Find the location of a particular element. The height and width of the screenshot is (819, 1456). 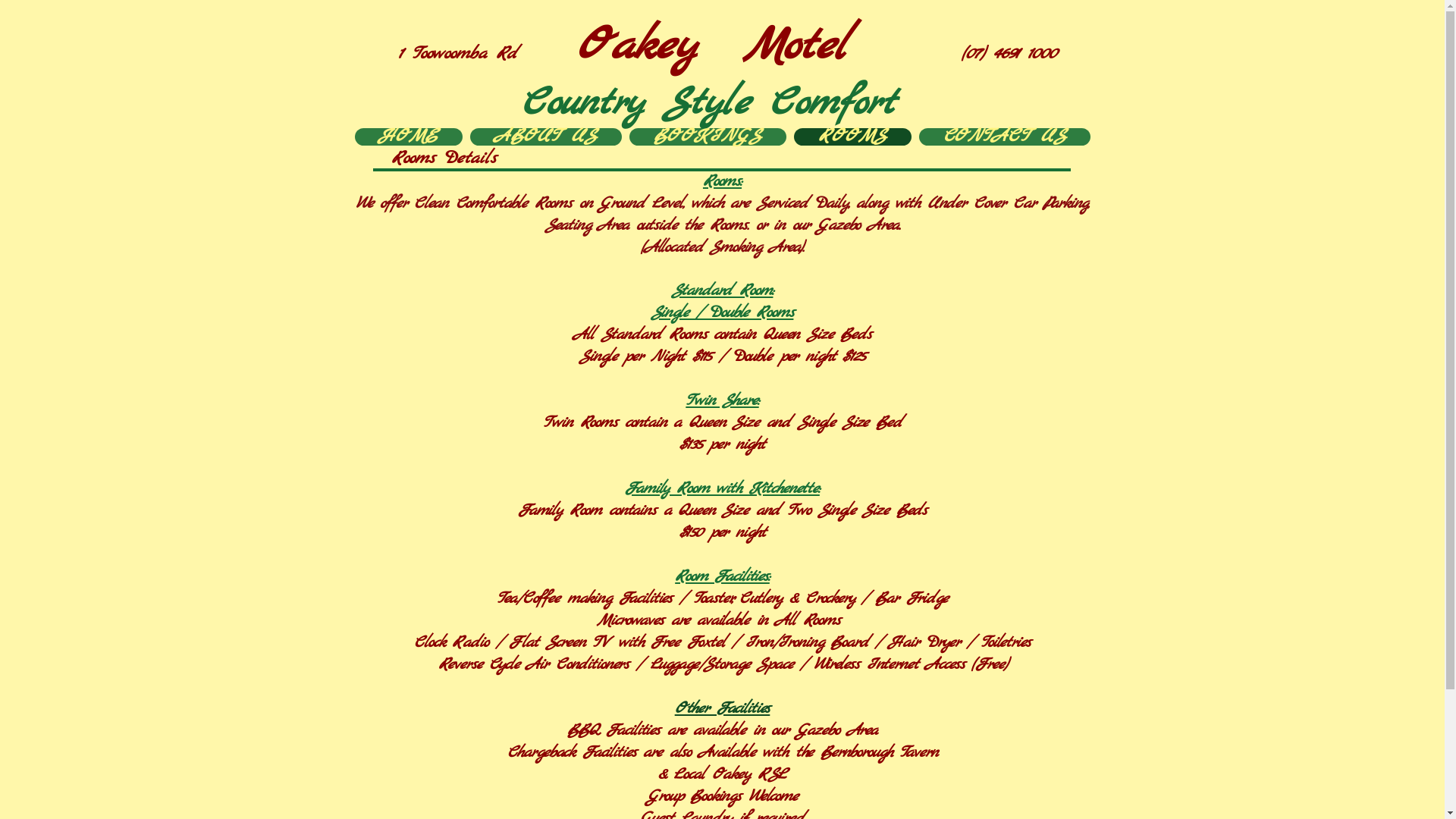

'CONTACT US' is located at coordinates (1004, 136).